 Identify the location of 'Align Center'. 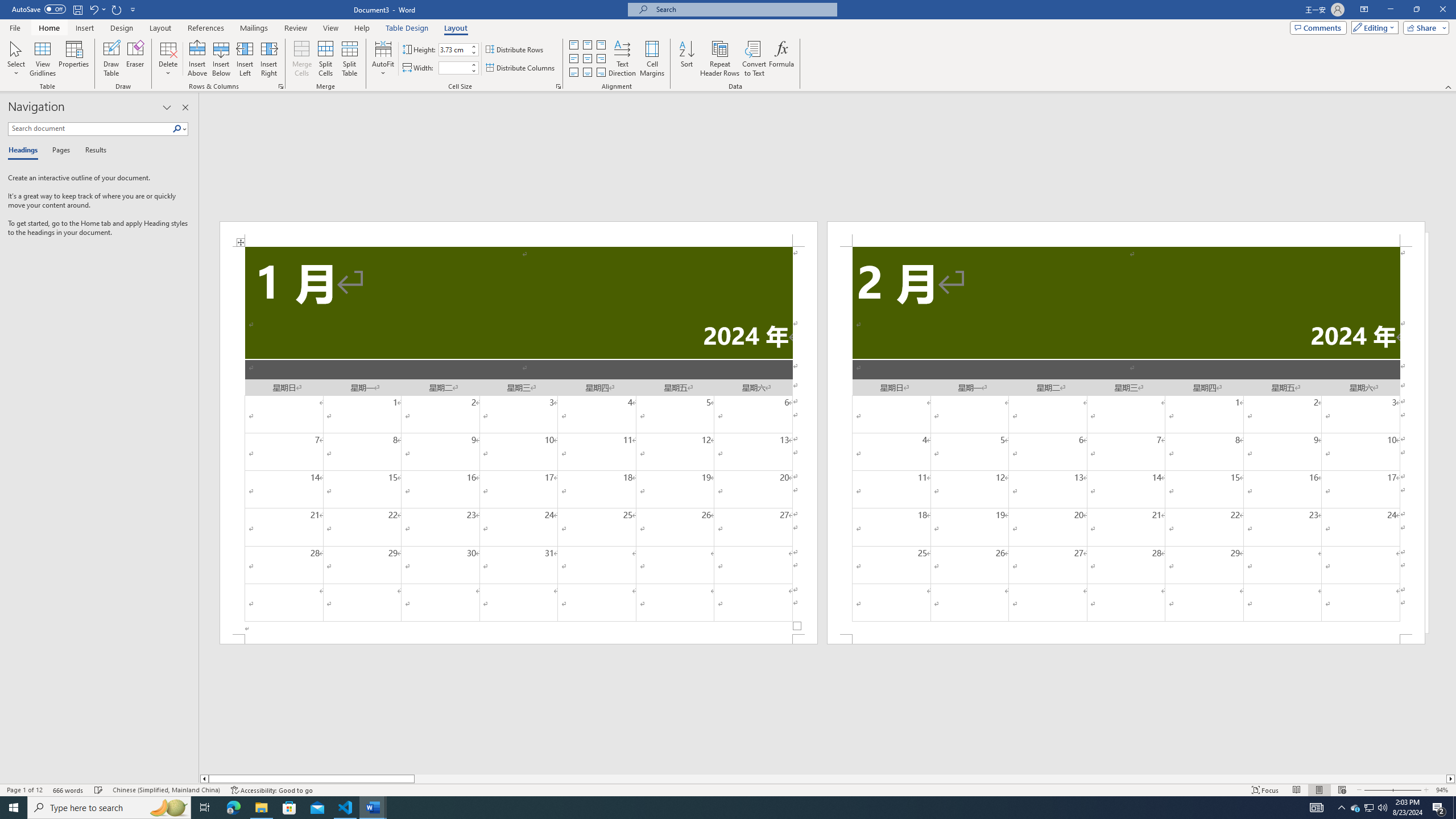
(586, 59).